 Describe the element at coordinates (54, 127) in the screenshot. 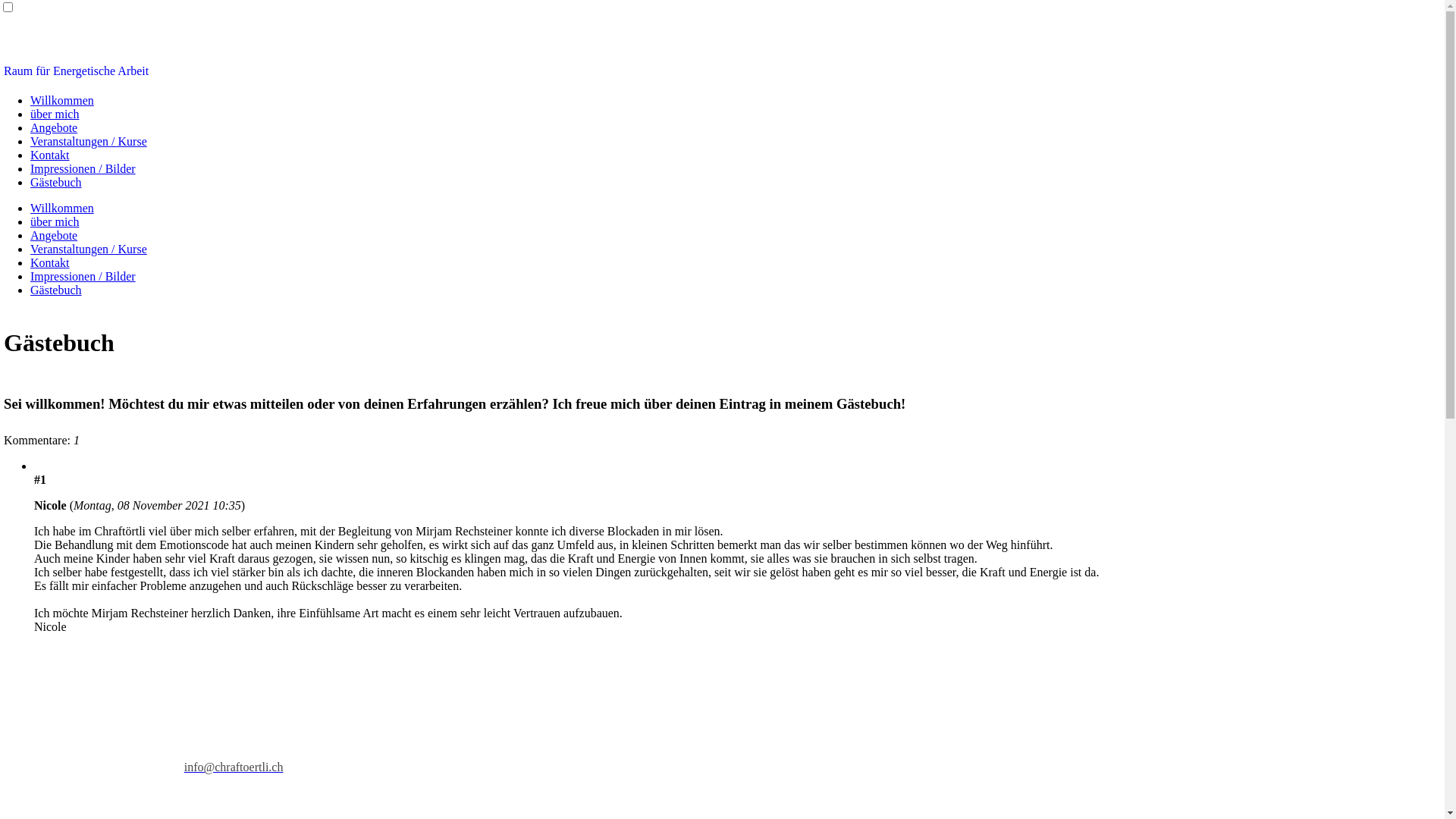

I see `'Angebote'` at that location.